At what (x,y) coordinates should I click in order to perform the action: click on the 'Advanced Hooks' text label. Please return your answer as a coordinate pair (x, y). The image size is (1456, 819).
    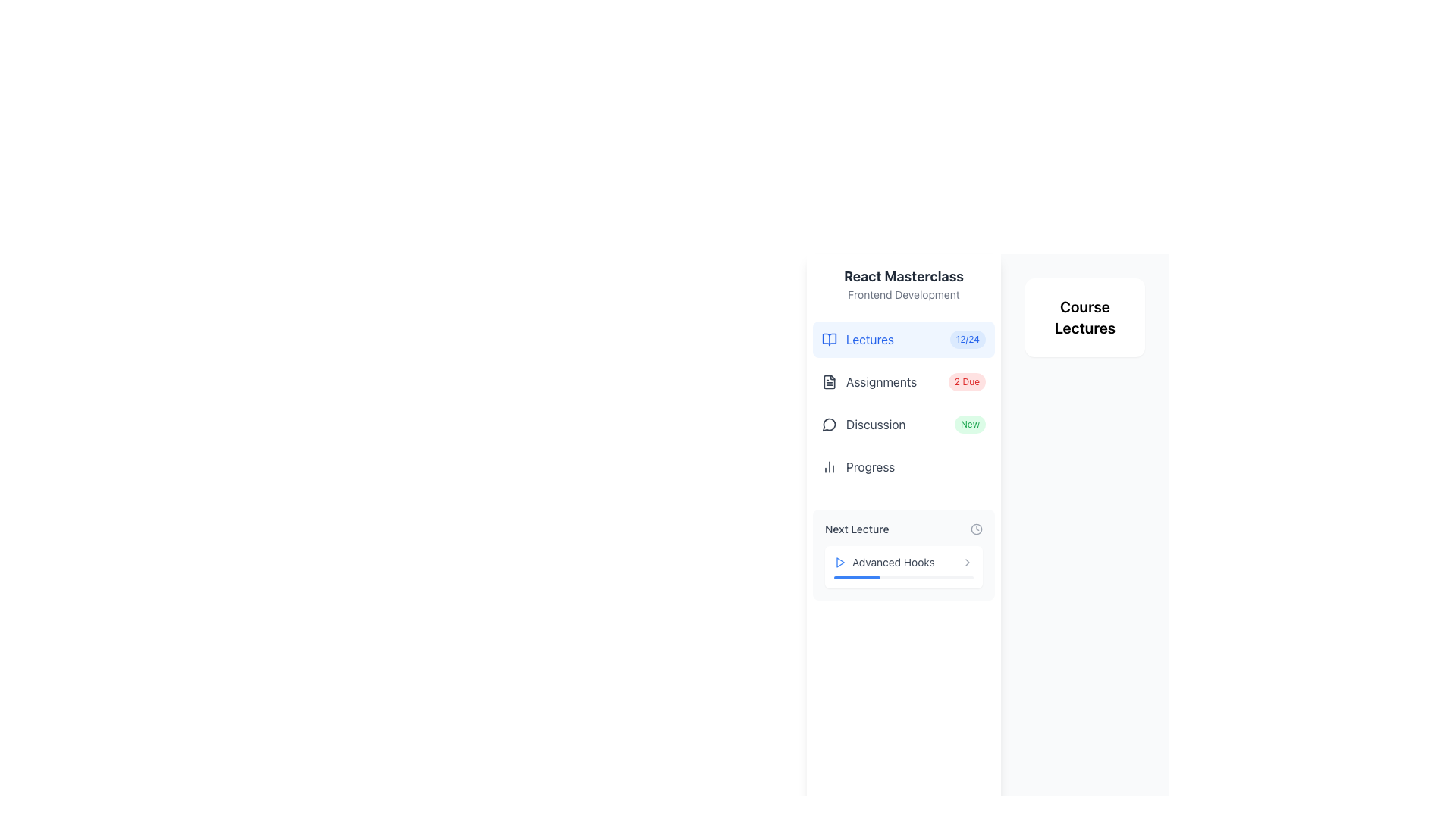
    Looking at the image, I should click on (903, 562).